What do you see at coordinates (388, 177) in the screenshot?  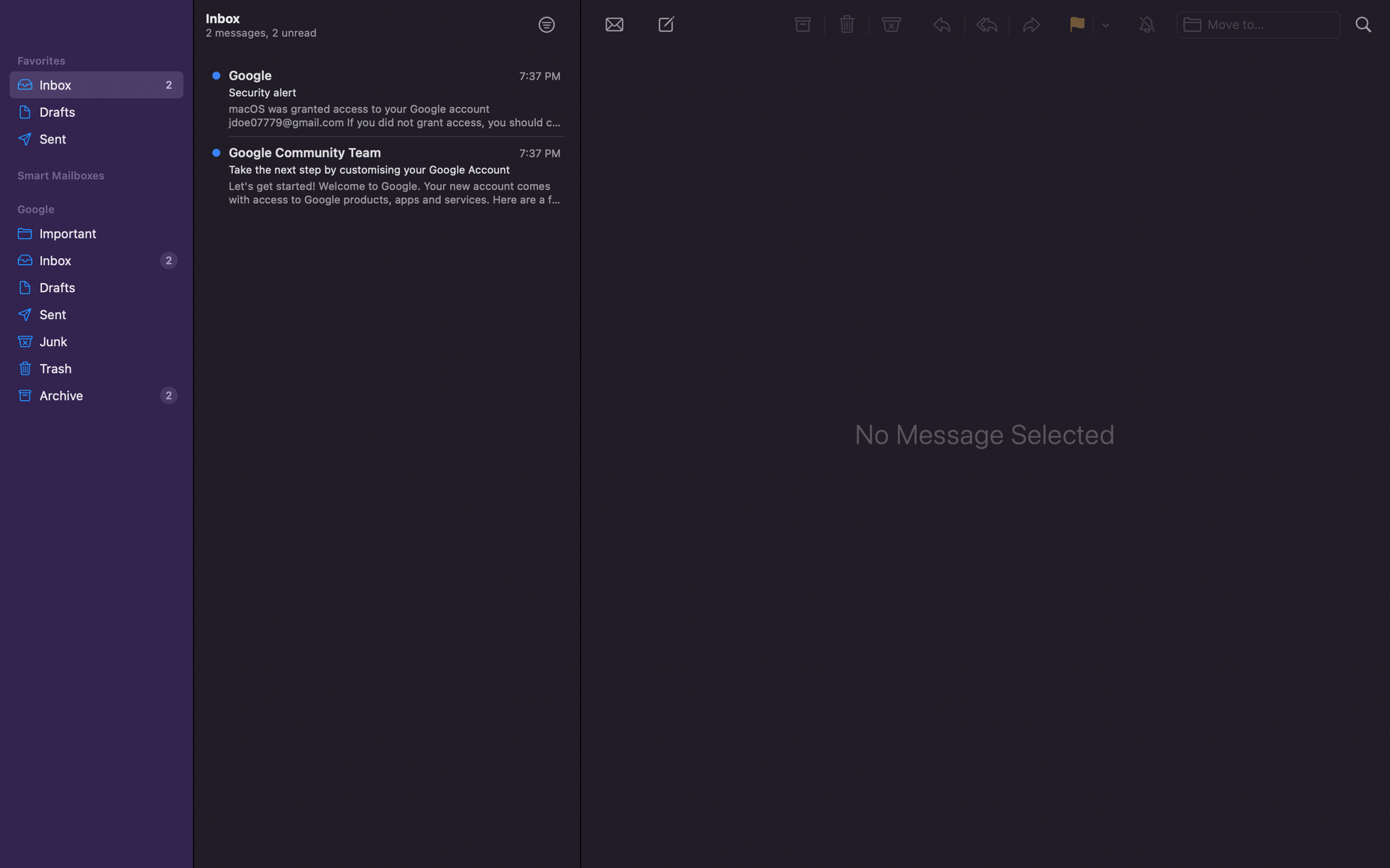 I see `Click option to reply to all recipients of the second mail` at bounding box center [388, 177].